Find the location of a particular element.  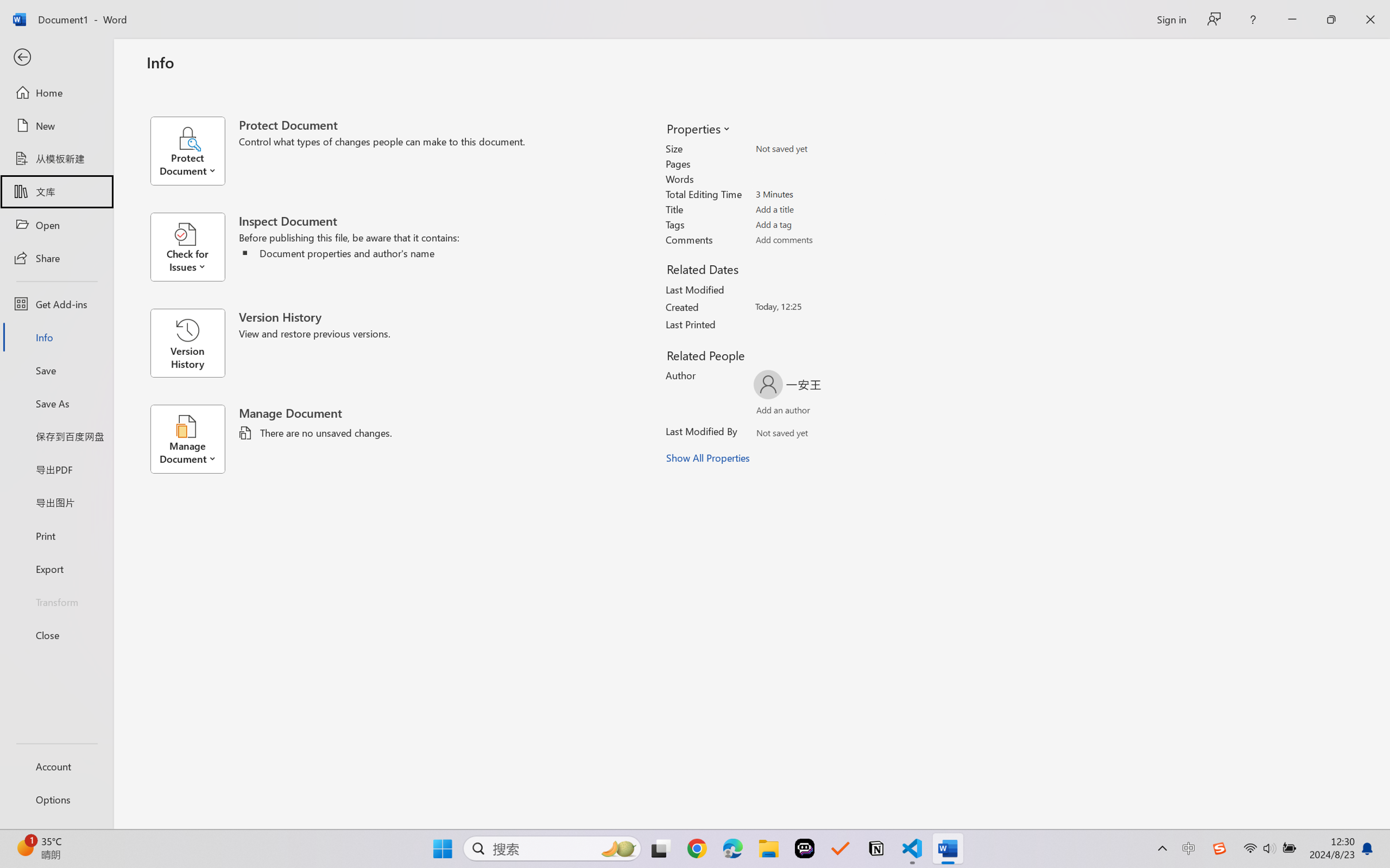

'Version History' is located at coordinates (187, 342).